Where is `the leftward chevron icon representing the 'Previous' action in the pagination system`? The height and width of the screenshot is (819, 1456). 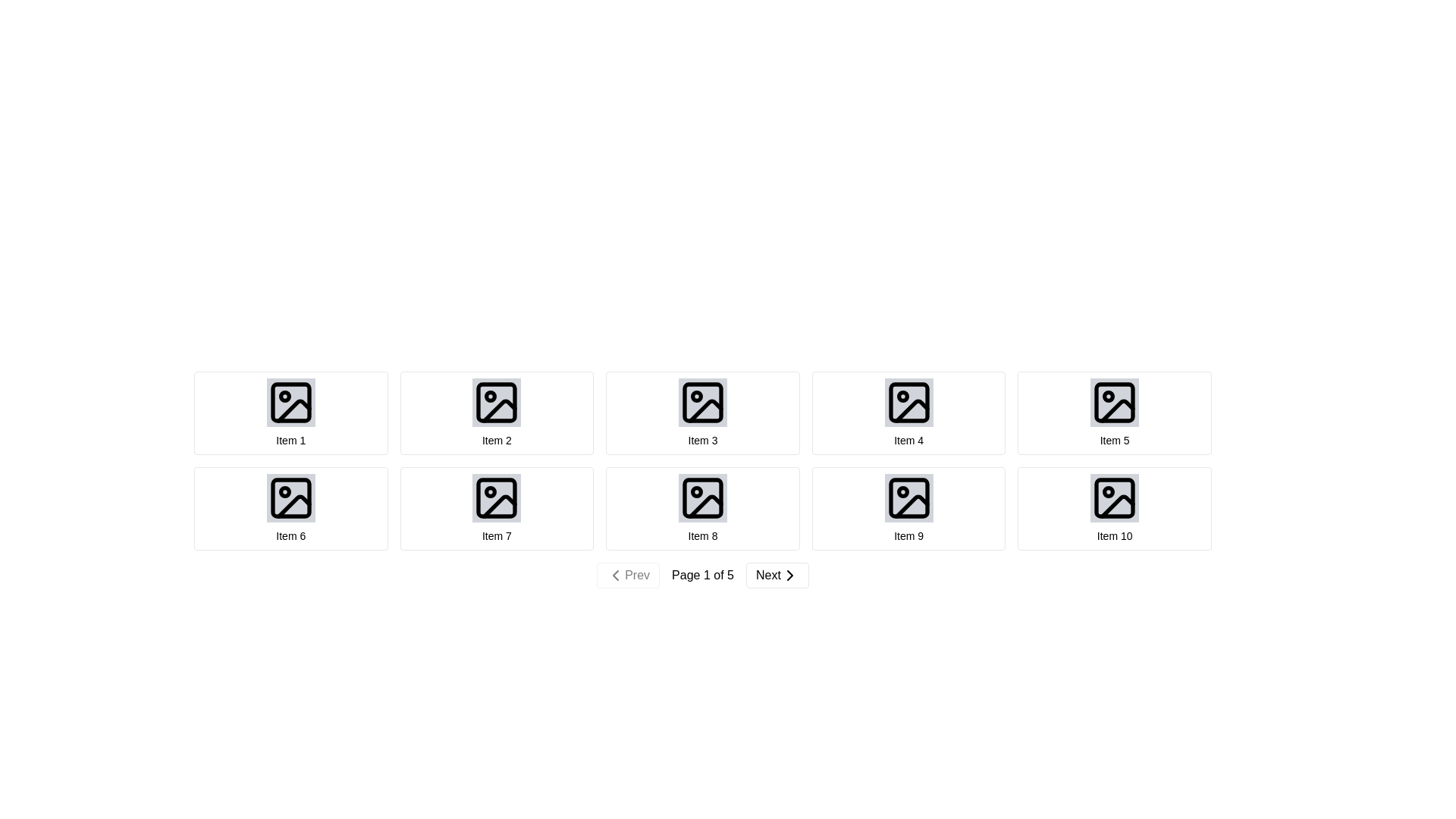 the leftward chevron icon representing the 'Previous' action in the pagination system is located at coordinates (616, 576).